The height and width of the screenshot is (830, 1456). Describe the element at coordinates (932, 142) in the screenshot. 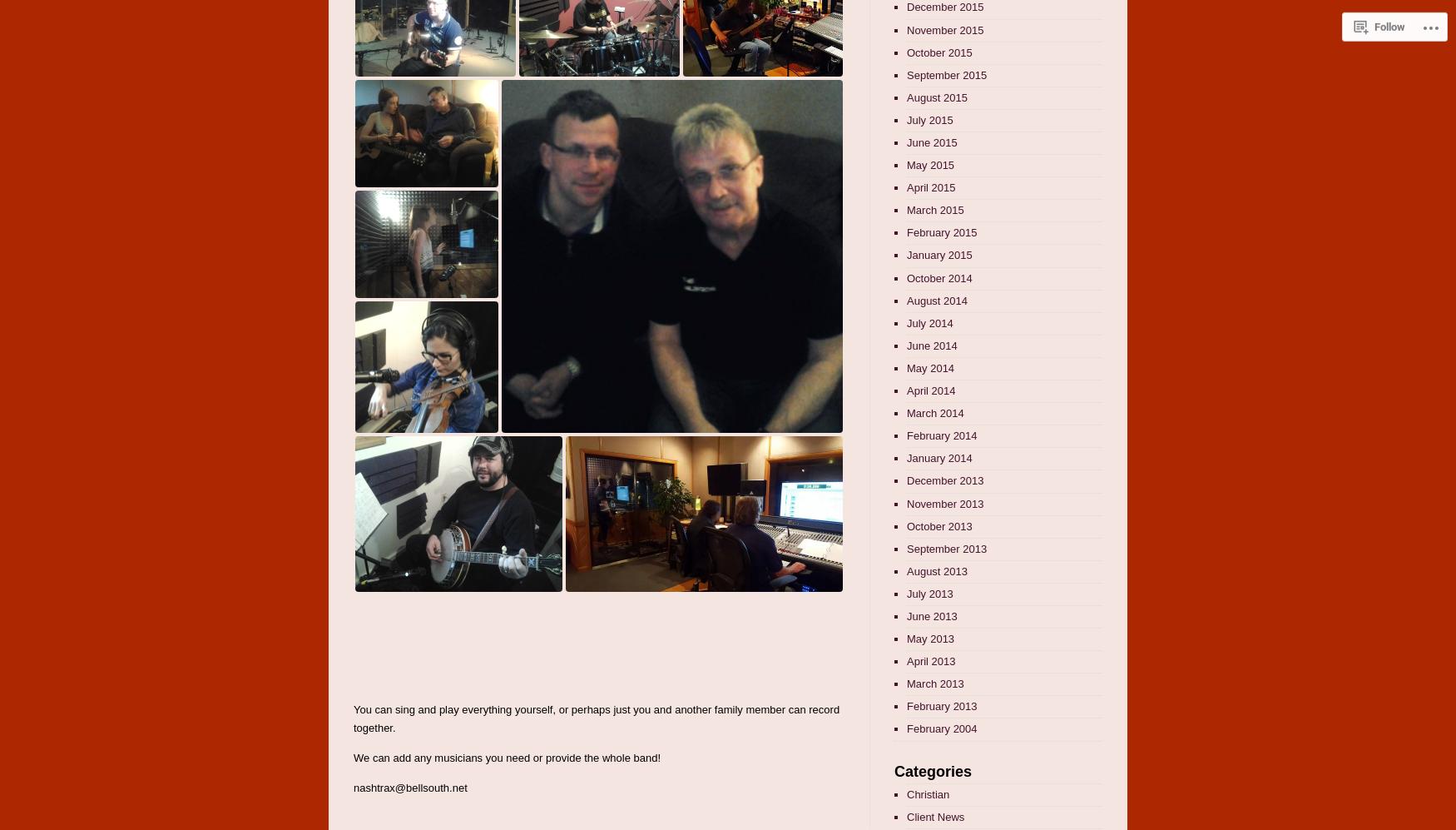

I see `'June 2015'` at that location.